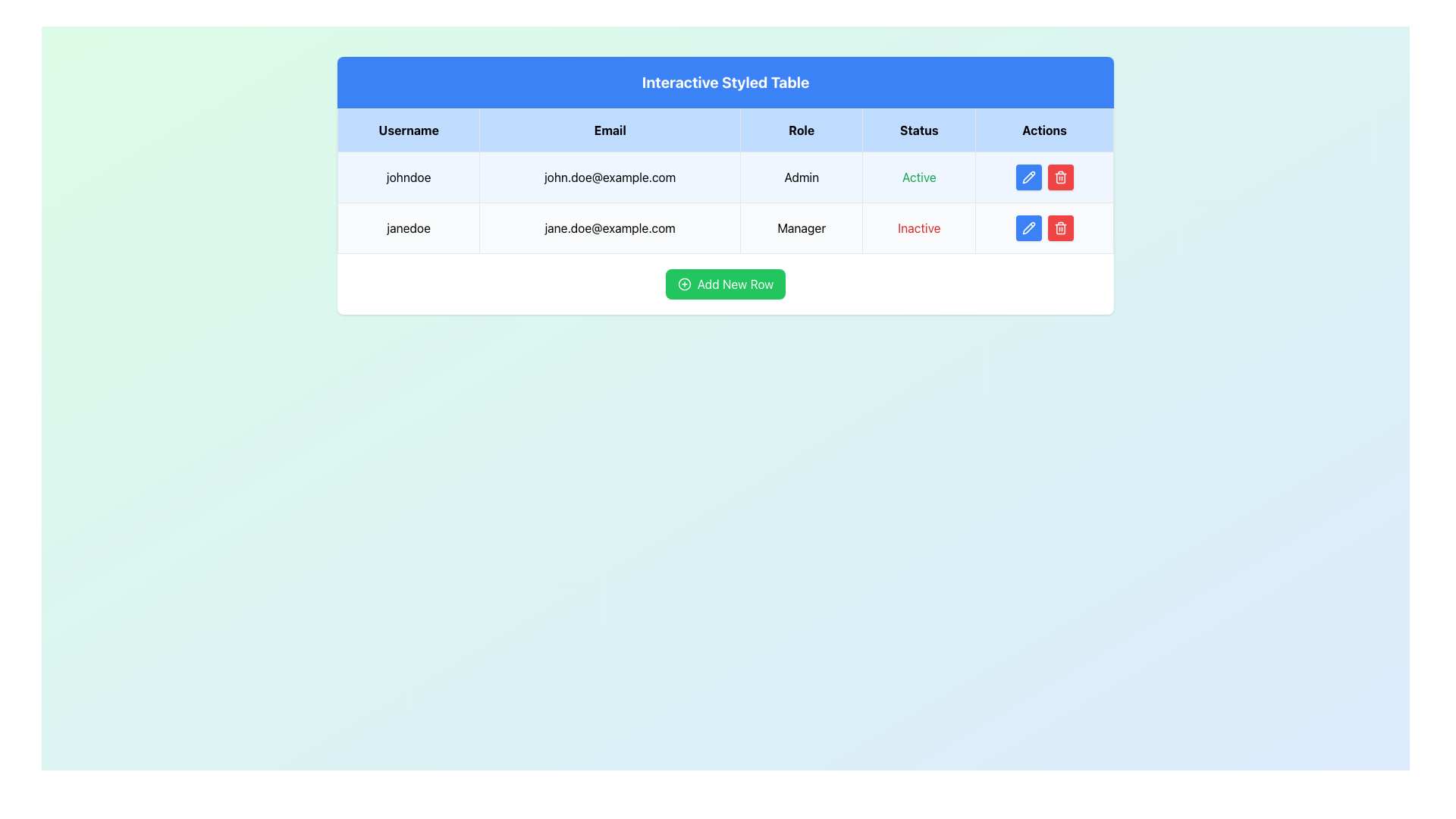  What do you see at coordinates (409, 227) in the screenshot?
I see `the username entry Text label located in the second row, first column of the data table, positioned below 'johndoe' and next to 'jane.doe@example.com'` at bounding box center [409, 227].